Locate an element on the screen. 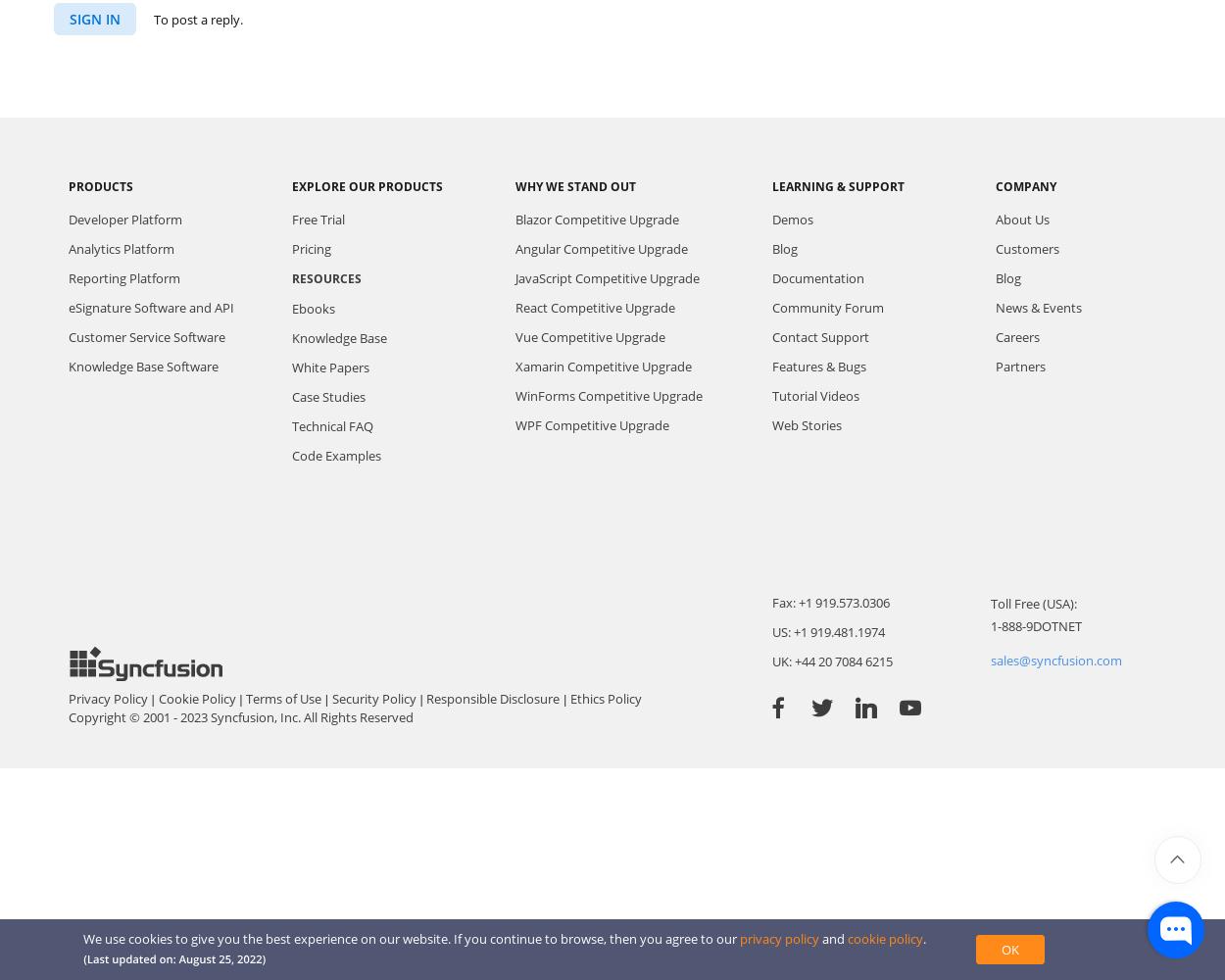  'React Competitive Upgrade' is located at coordinates (594, 307).